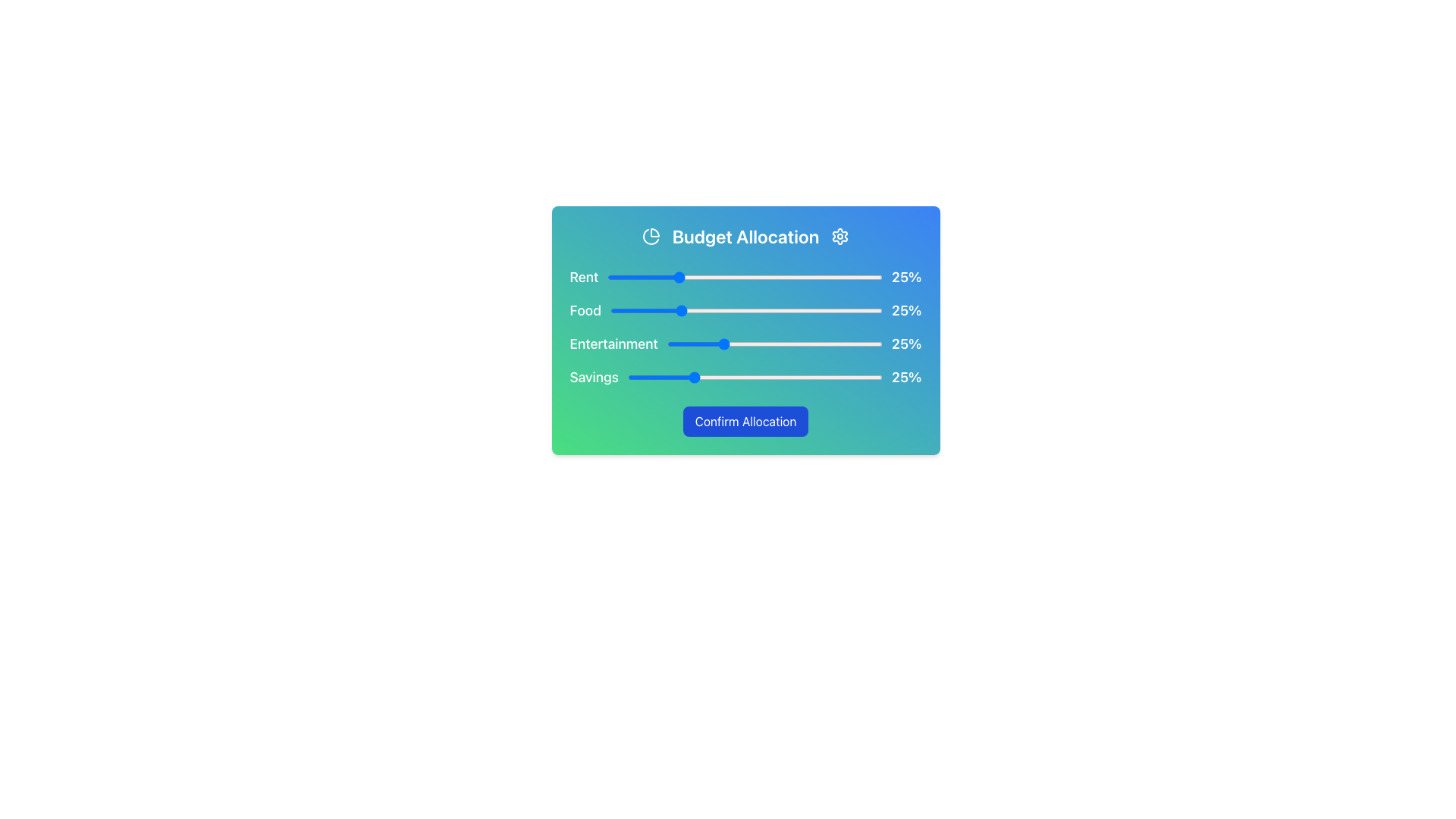  What do you see at coordinates (745, 237) in the screenshot?
I see `the bold text label displaying 'Budget Allocation' which is centered in the header area, flanked by a pie chart icon on the left and a gear icon on the right` at bounding box center [745, 237].